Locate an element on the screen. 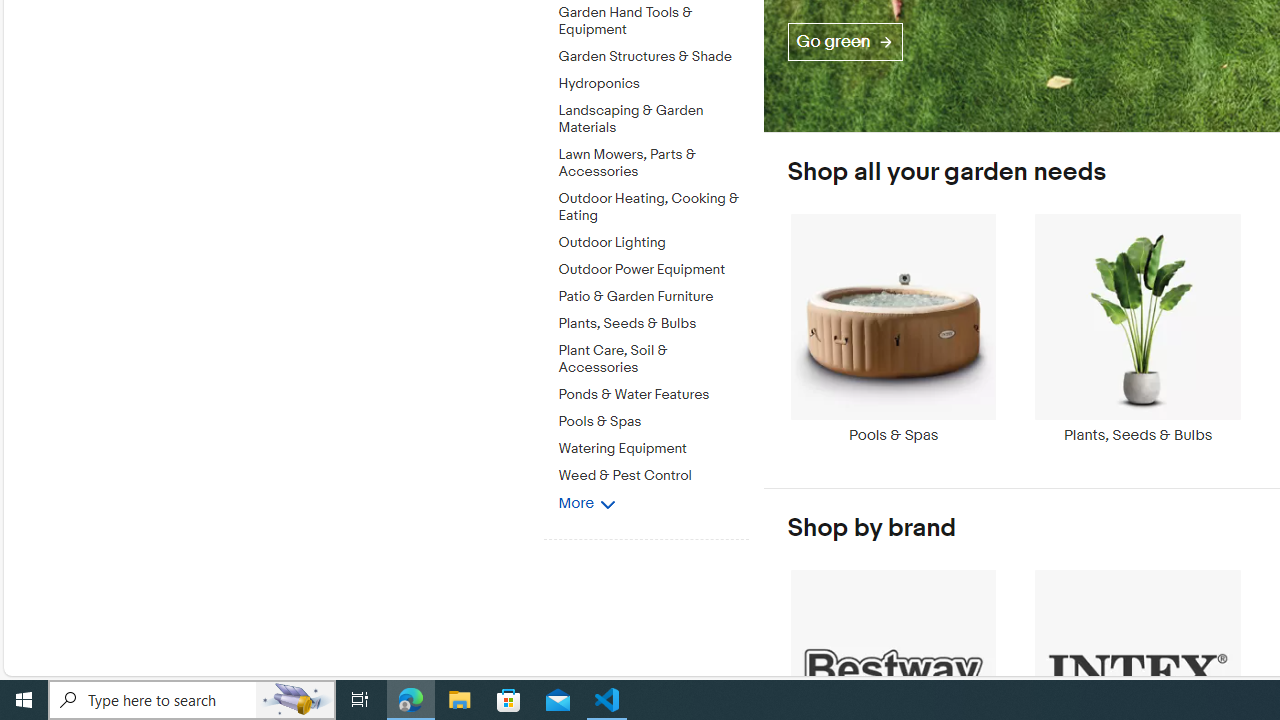 Image resolution: width=1280 pixels, height=720 pixels. 'Hydroponics' is located at coordinates (653, 83).